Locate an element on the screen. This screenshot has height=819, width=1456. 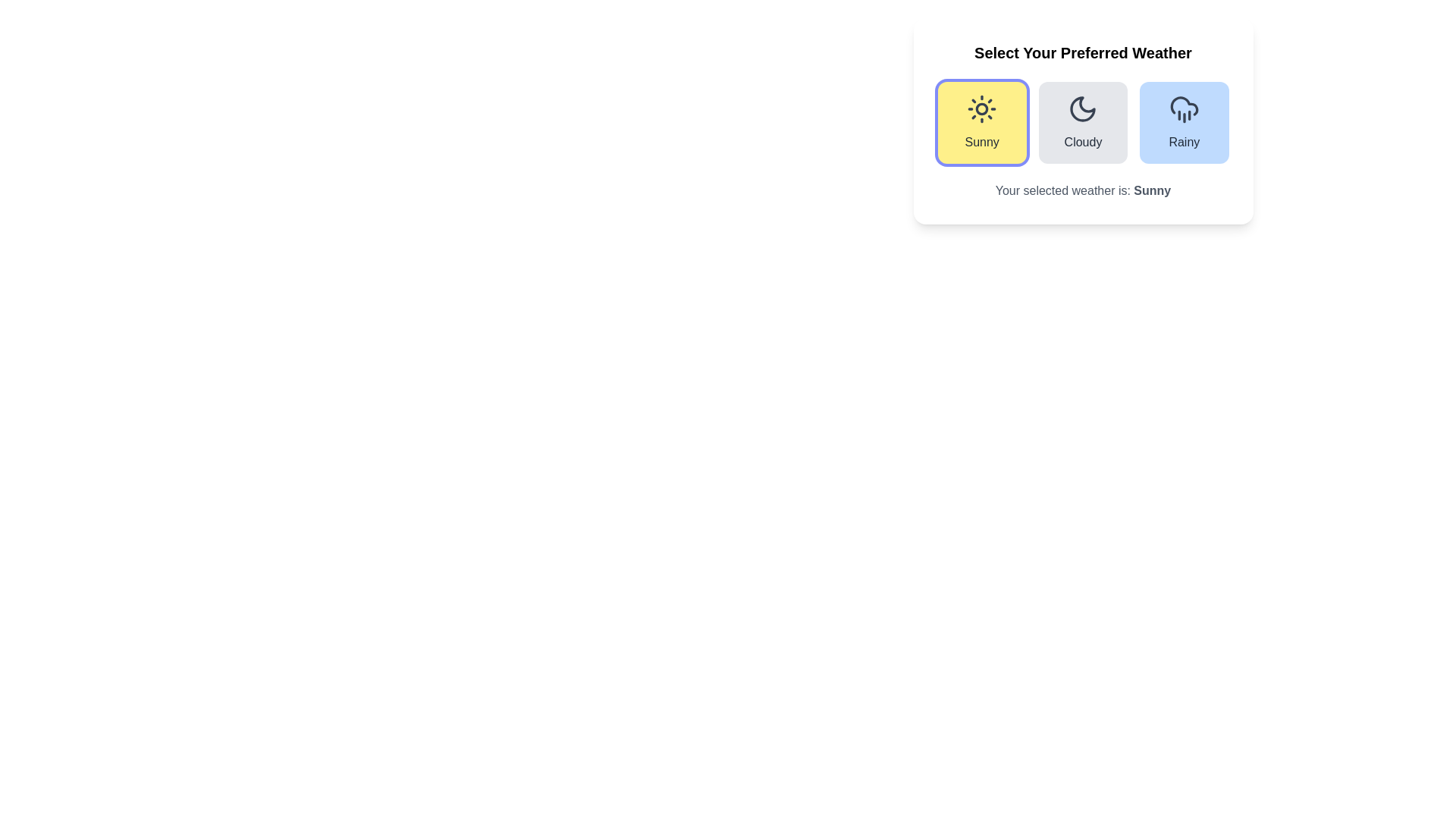
the 'Rainy' button which encompasses the cloud-like icon representing rainy weather is located at coordinates (1183, 105).